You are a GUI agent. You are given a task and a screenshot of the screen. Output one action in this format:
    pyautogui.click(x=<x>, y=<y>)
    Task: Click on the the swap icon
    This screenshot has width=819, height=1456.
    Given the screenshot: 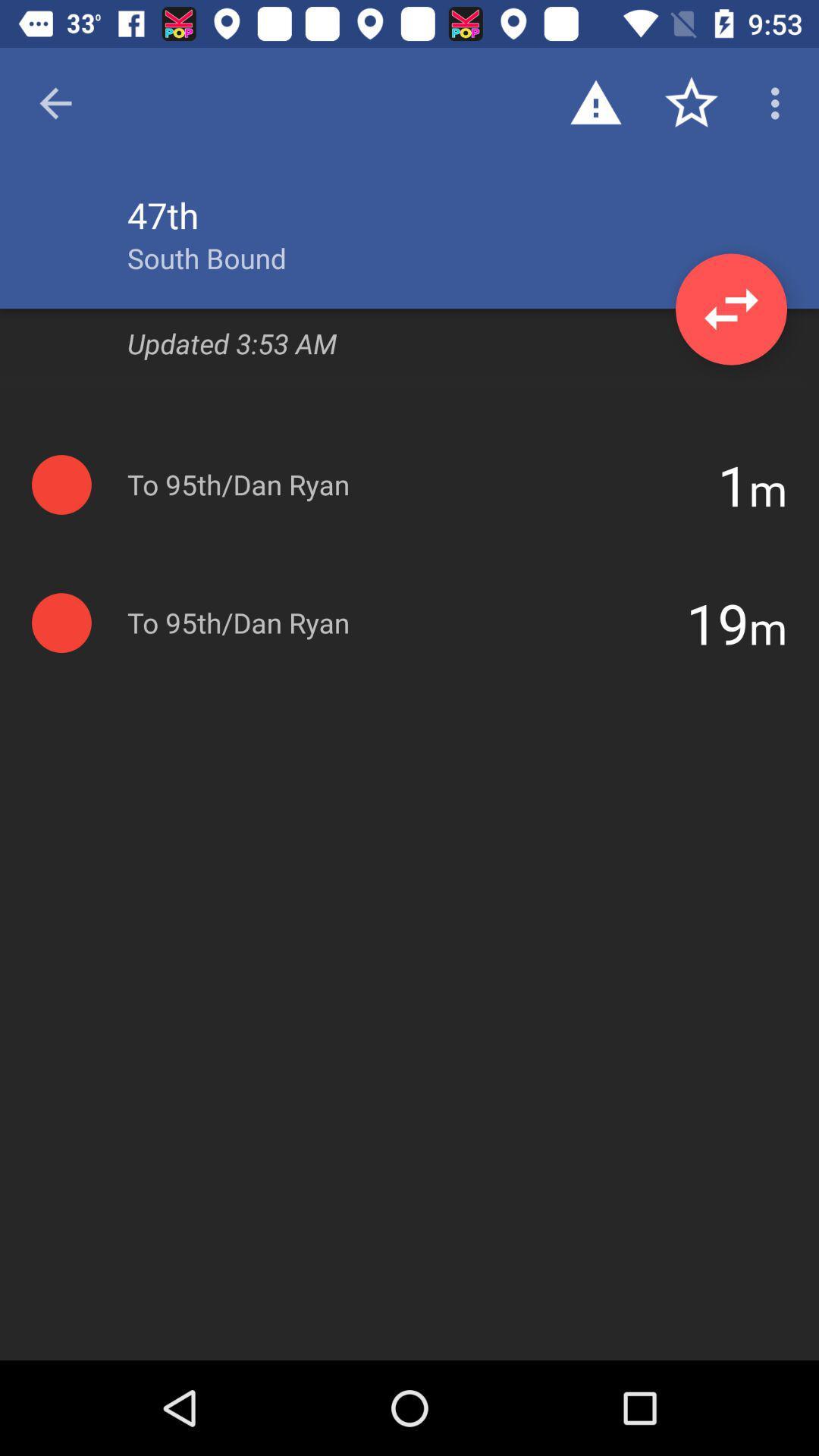 What is the action you would take?
    pyautogui.click(x=730, y=309)
    